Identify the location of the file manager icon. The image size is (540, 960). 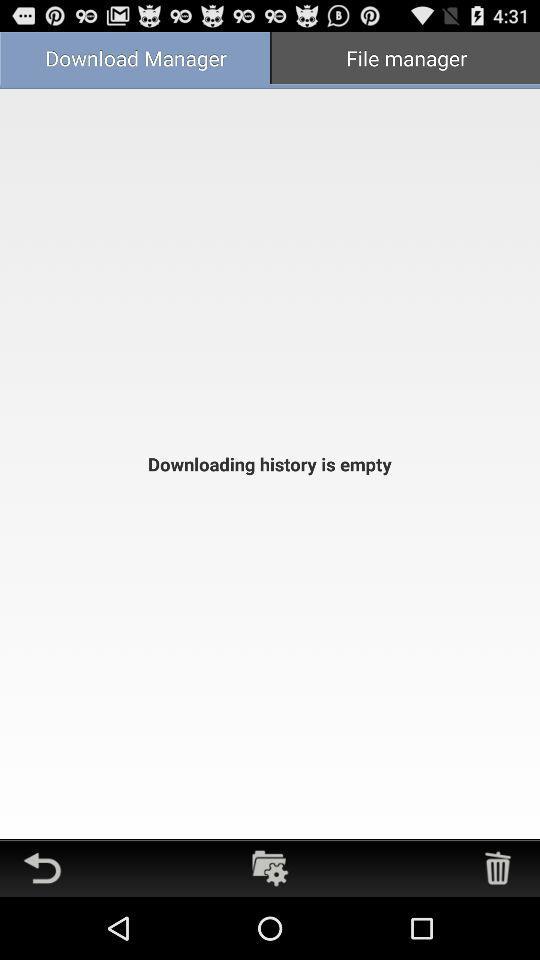
(405, 59).